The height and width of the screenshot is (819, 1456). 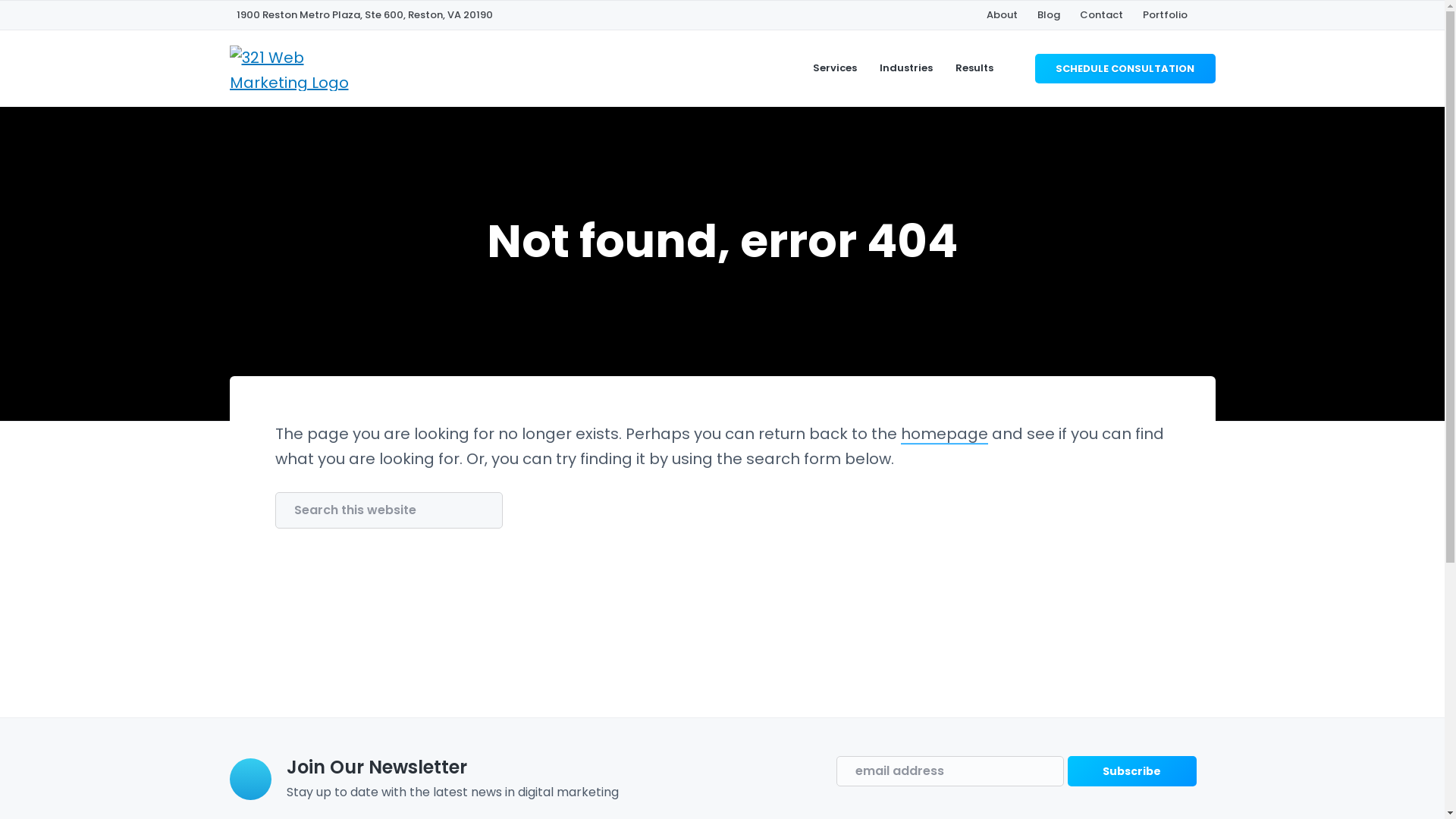 I want to click on 'Search', so click(x=62, y=17).